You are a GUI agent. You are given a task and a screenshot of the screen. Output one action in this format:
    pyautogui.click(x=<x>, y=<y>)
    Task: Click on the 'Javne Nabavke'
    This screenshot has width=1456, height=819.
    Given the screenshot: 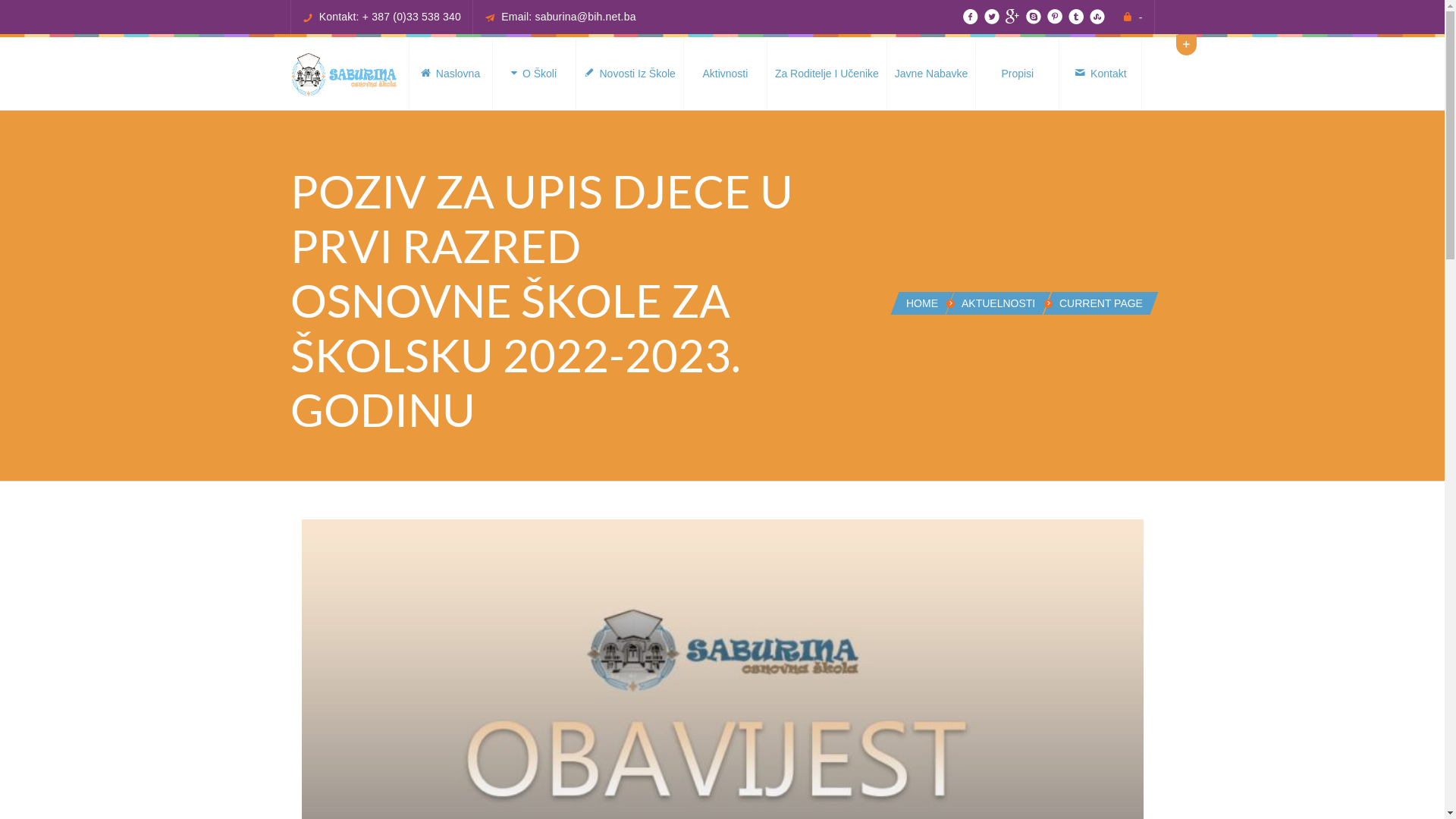 What is the action you would take?
    pyautogui.click(x=930, y=74)
    